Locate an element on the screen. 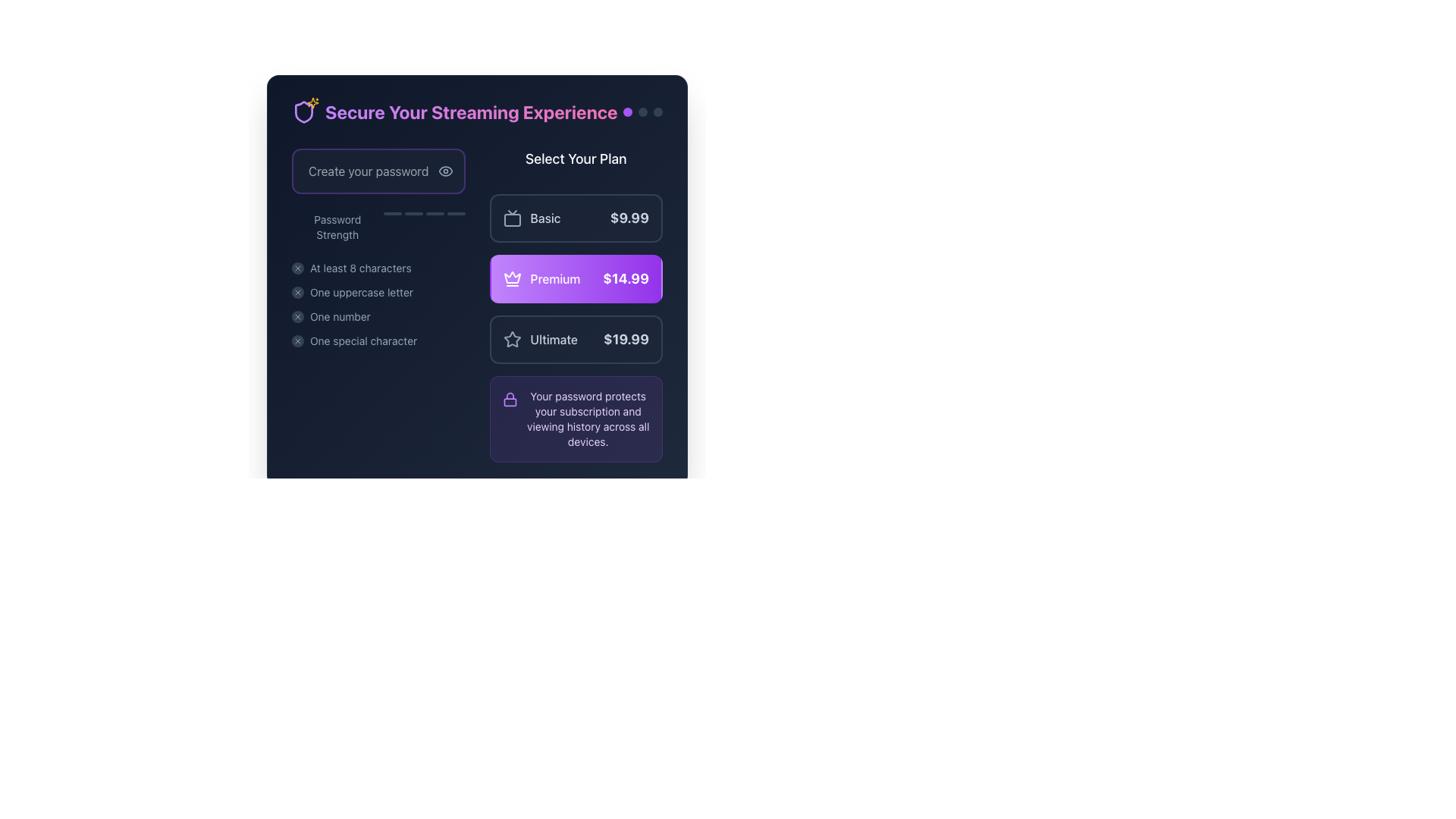 This screenshot has width=1456, height=819. the 'Password Strength' text label, which is displayed in a small dim gray font on a darker background, located to the left of the progress indicators is located at coordinates (337, 227).